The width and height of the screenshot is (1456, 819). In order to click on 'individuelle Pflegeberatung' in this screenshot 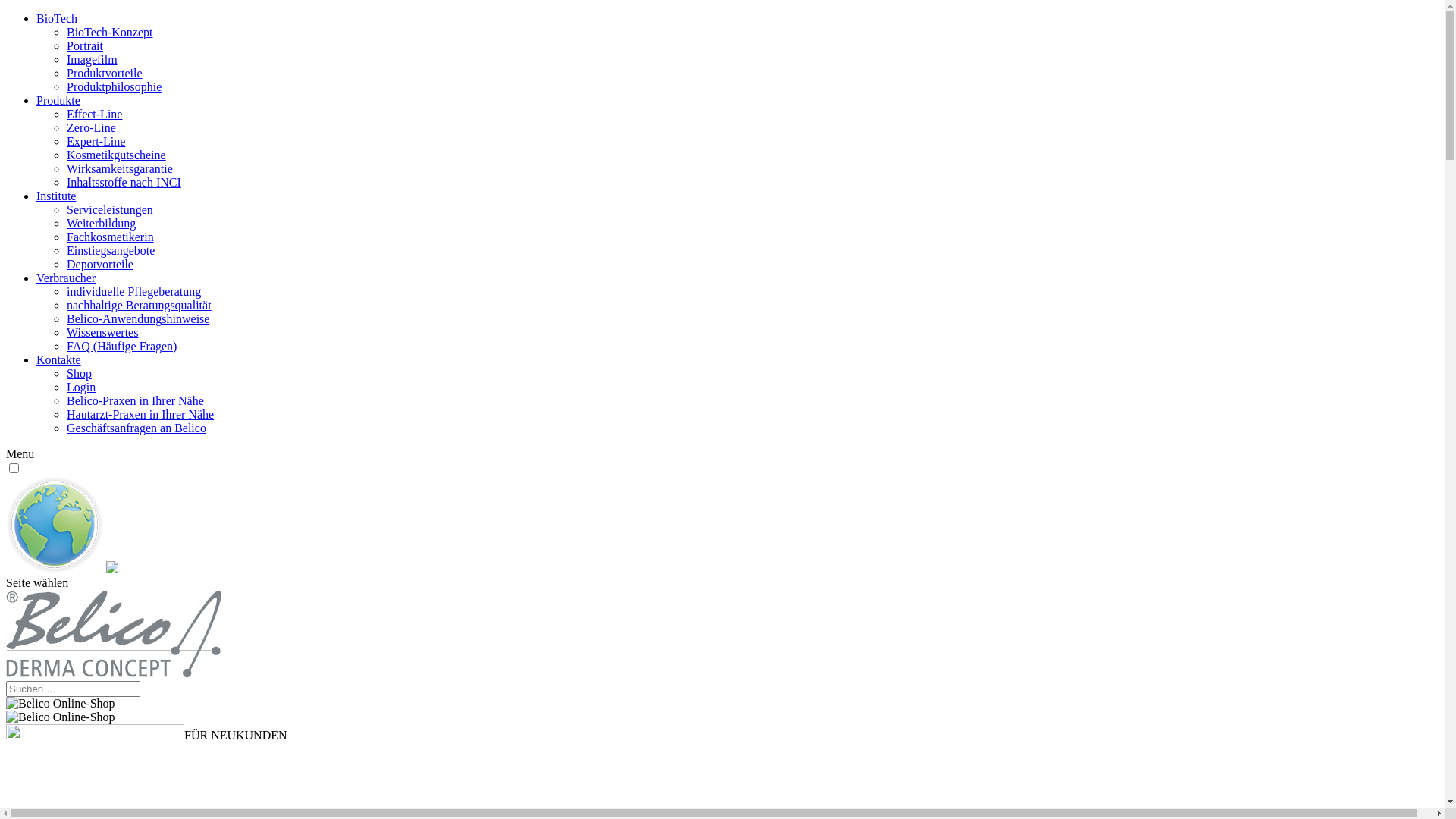, I will do `click(133, 291)`.